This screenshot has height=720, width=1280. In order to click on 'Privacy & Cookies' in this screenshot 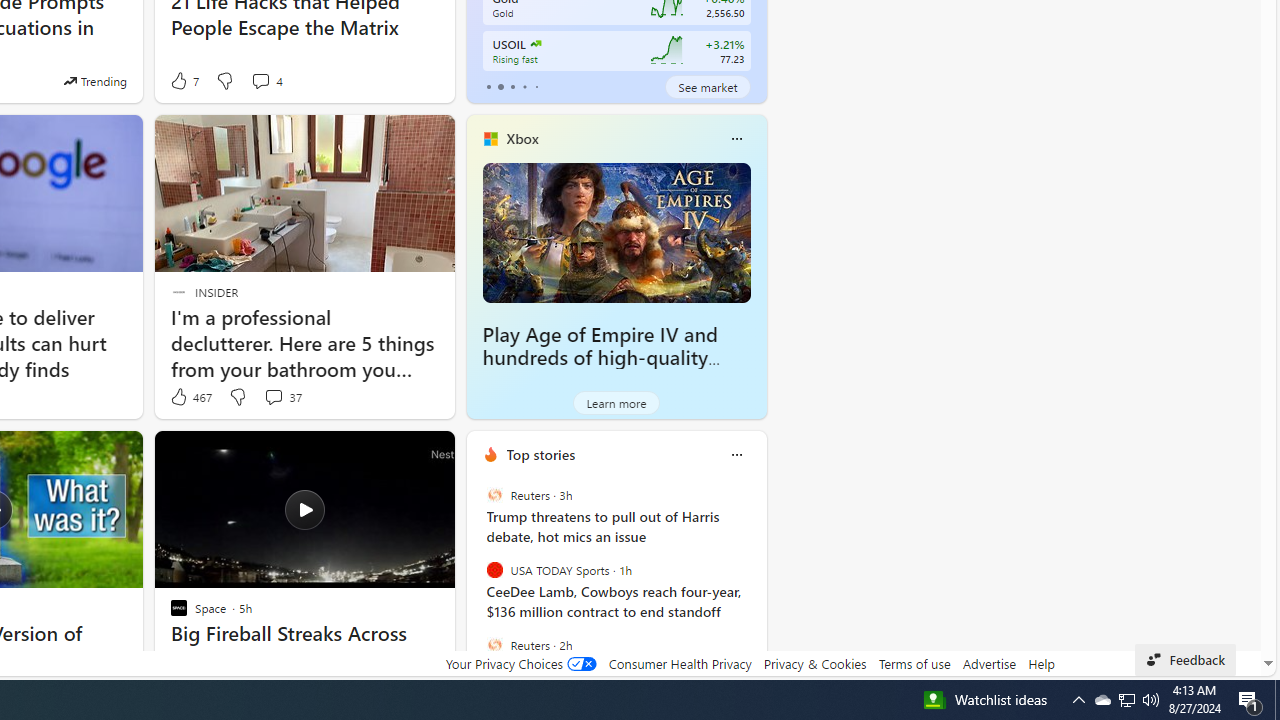, I will do `click(814, 663)`.